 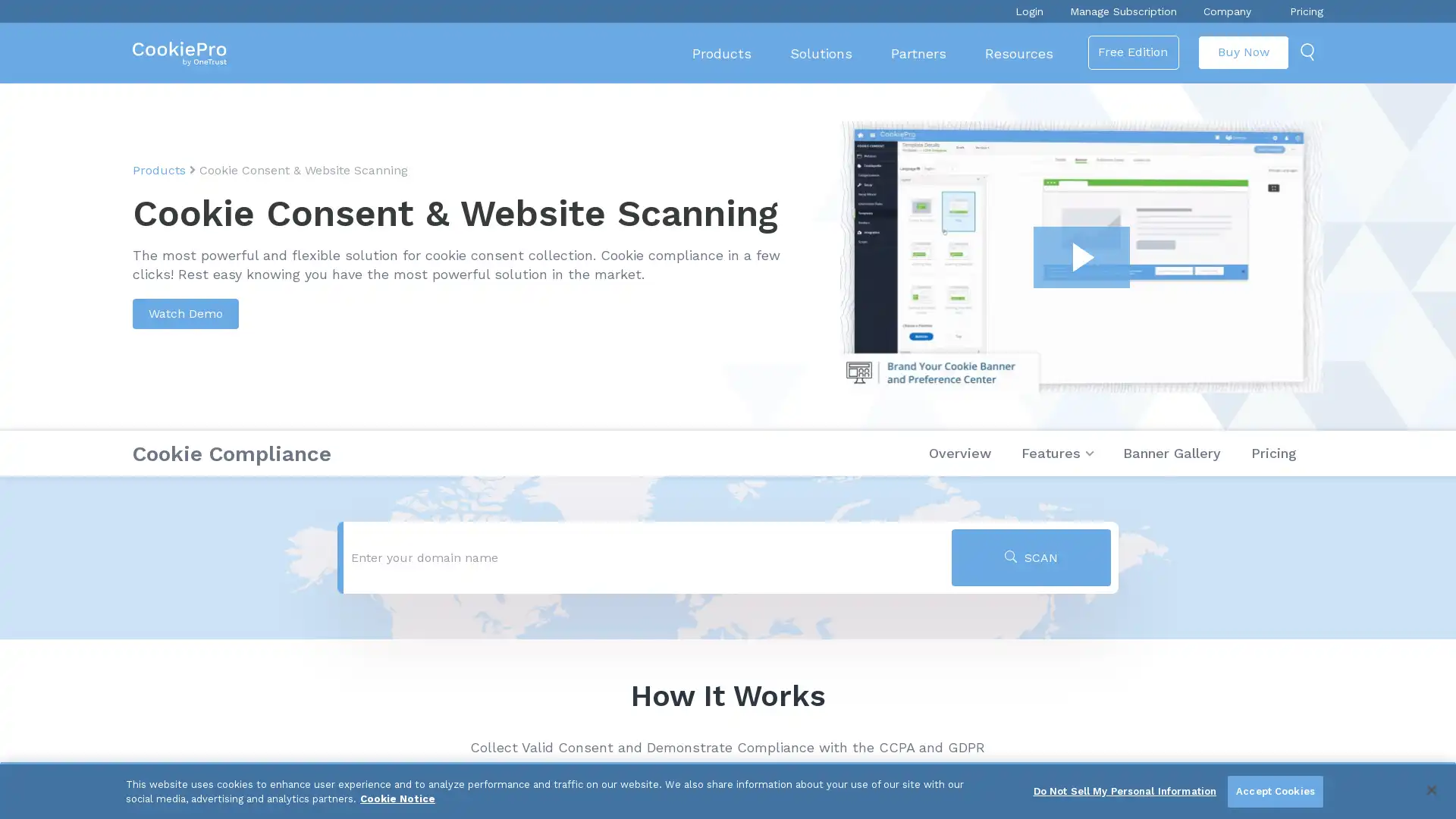 What do you see at coordinates (1031, 557) in the screenshot?
I see `USCAN` at bounding box center [1031, 557].